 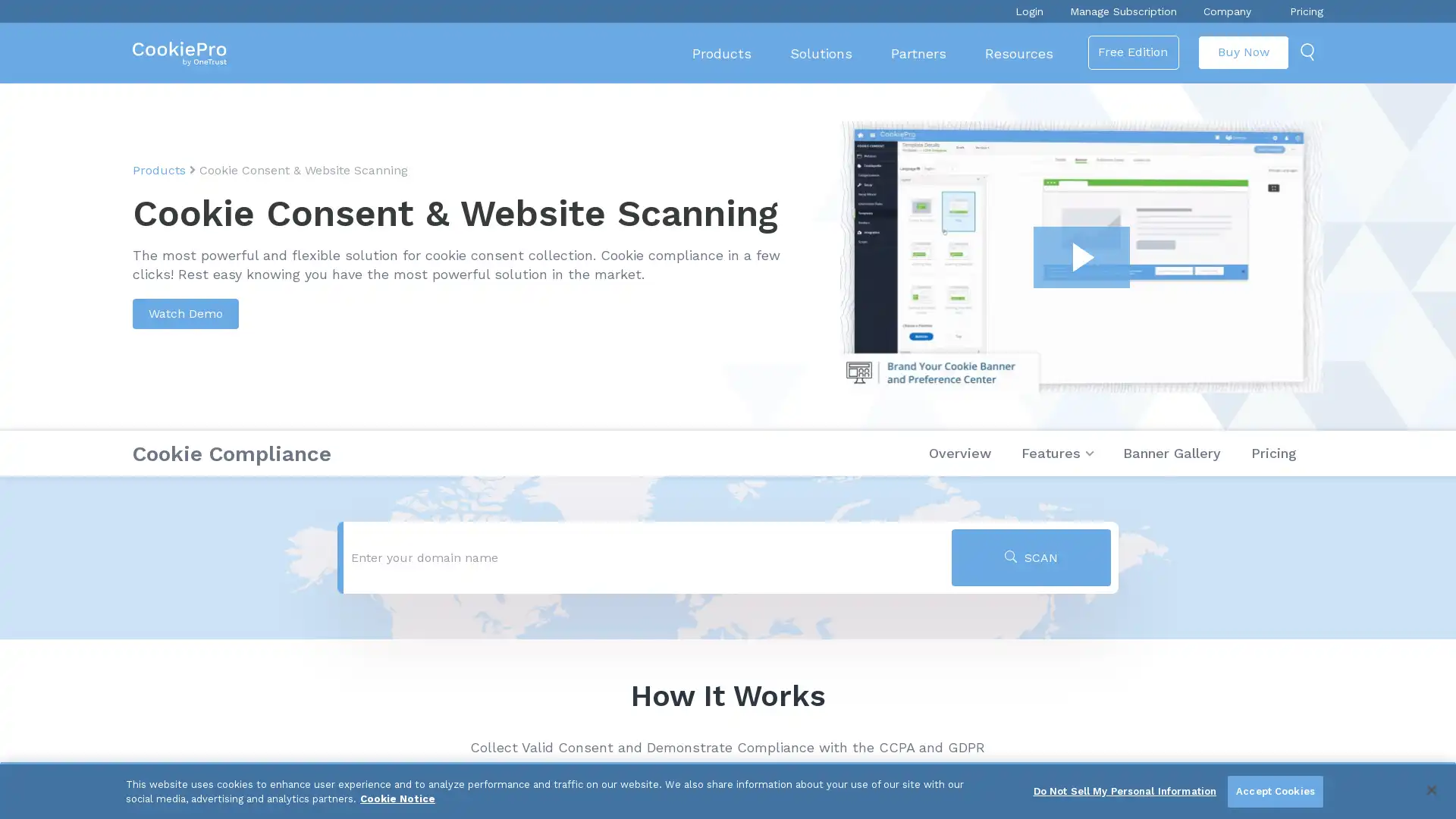 What do you see at coordinates (1031, 557) in the screenshot?
I see `USCAN` at bounding box center [1031, 557].